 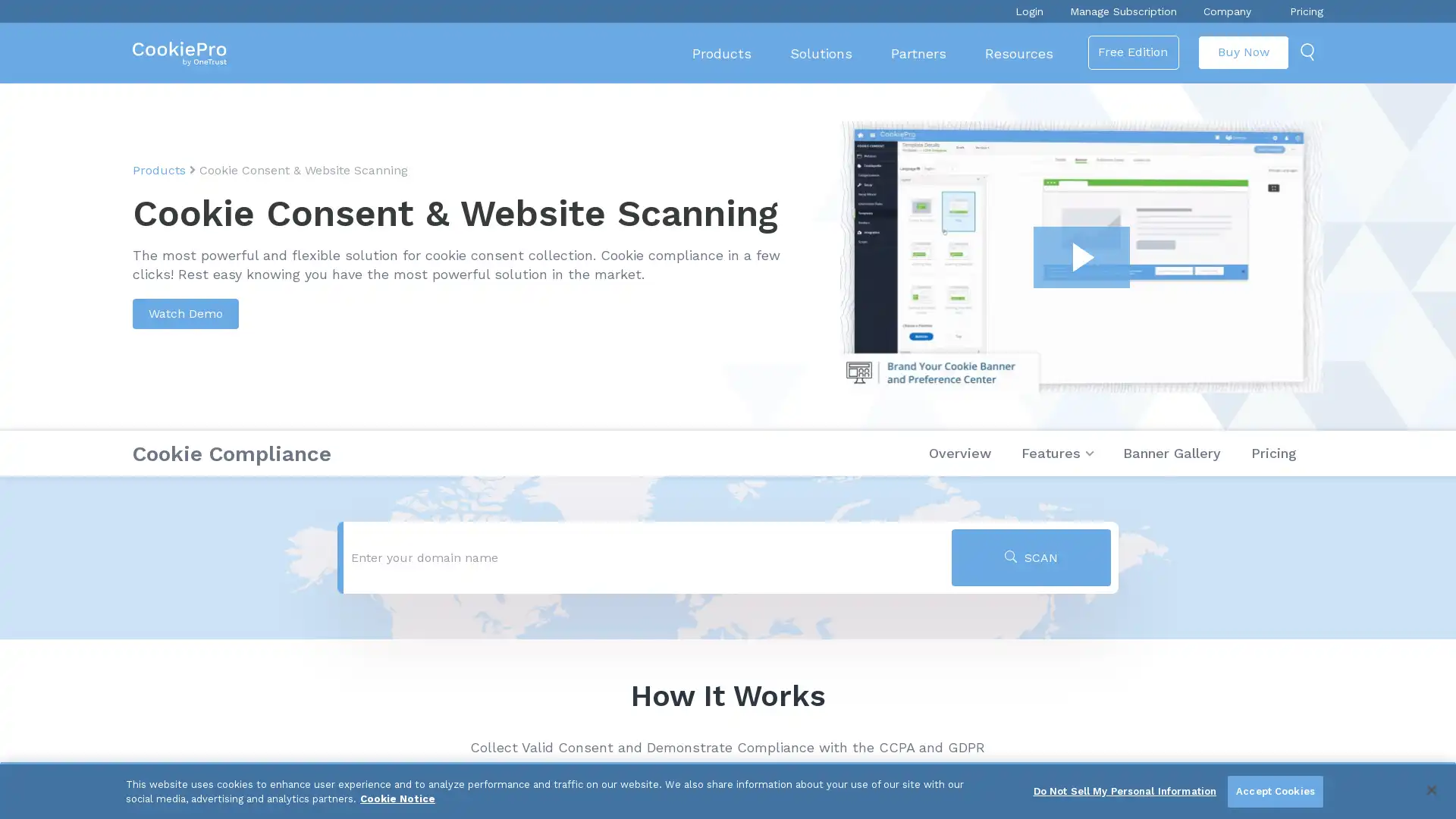 What do you see at coordinates (1031, 557) in the screenshot?
I see `USCAN` at bounding box center [1031, 557].